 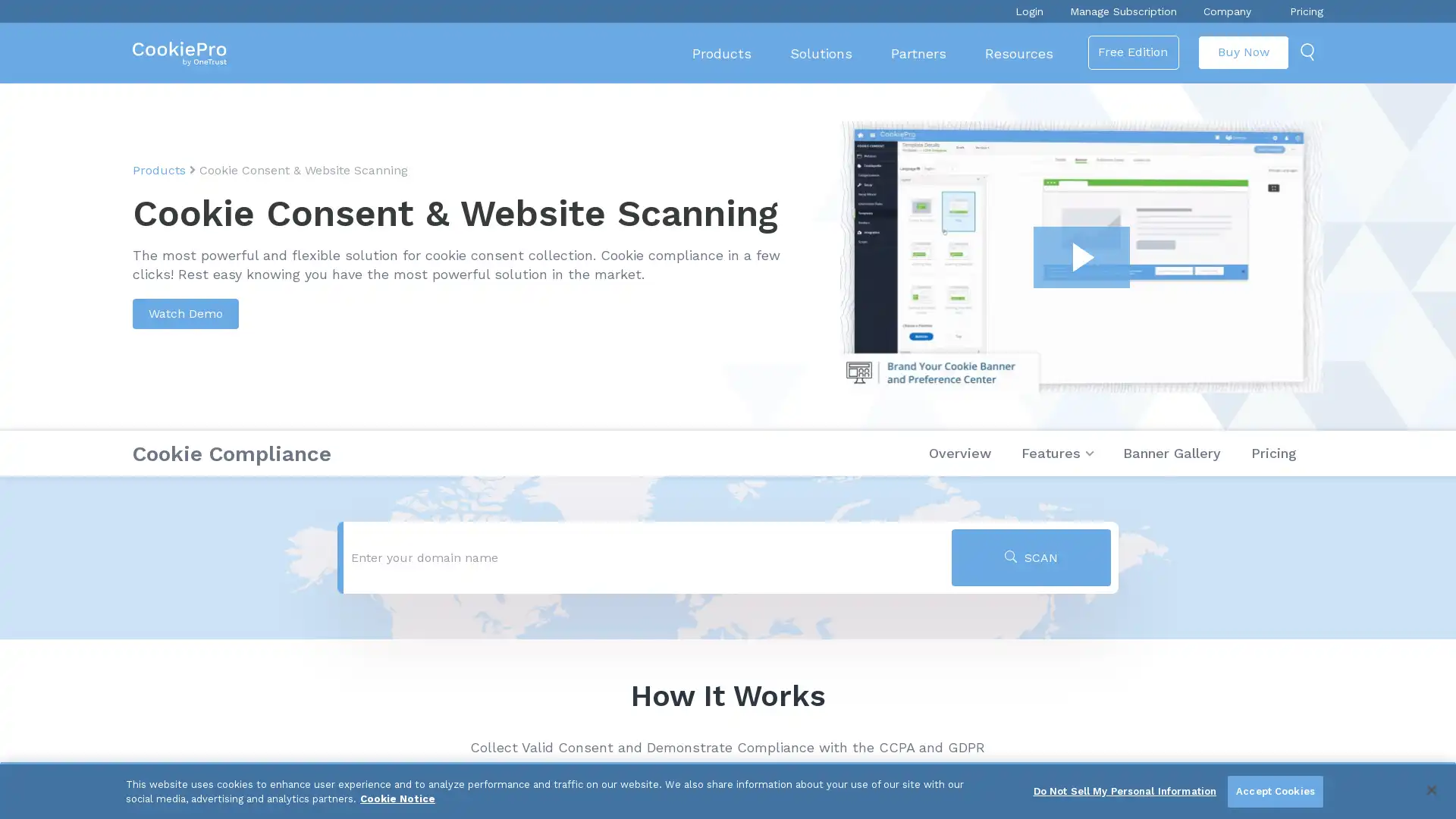 What do you see at coordinates (1031, 557) in the screenshot?
I see `USCAN` at bounding box center [1031, 557].